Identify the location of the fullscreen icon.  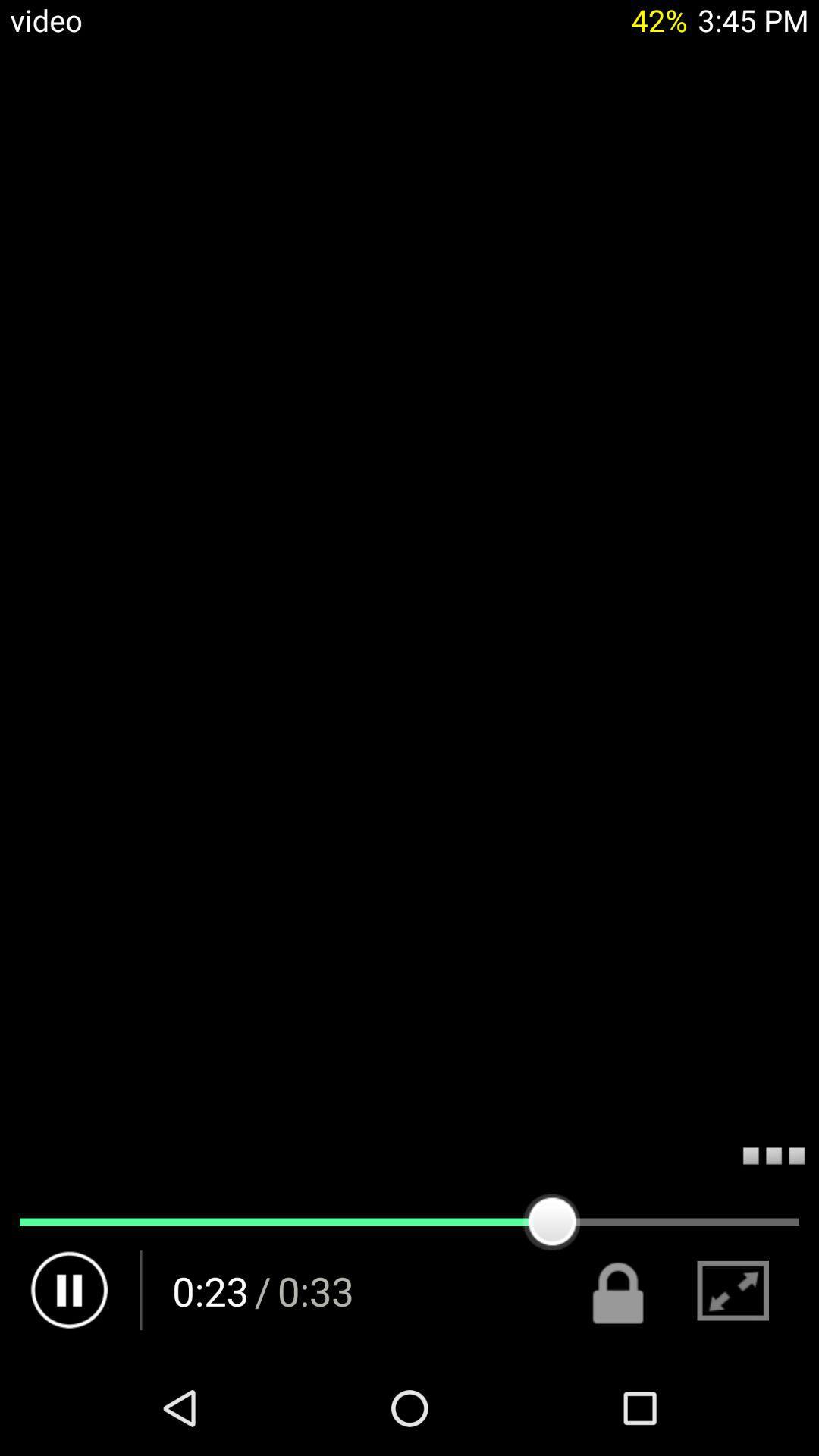
(732, 1381).